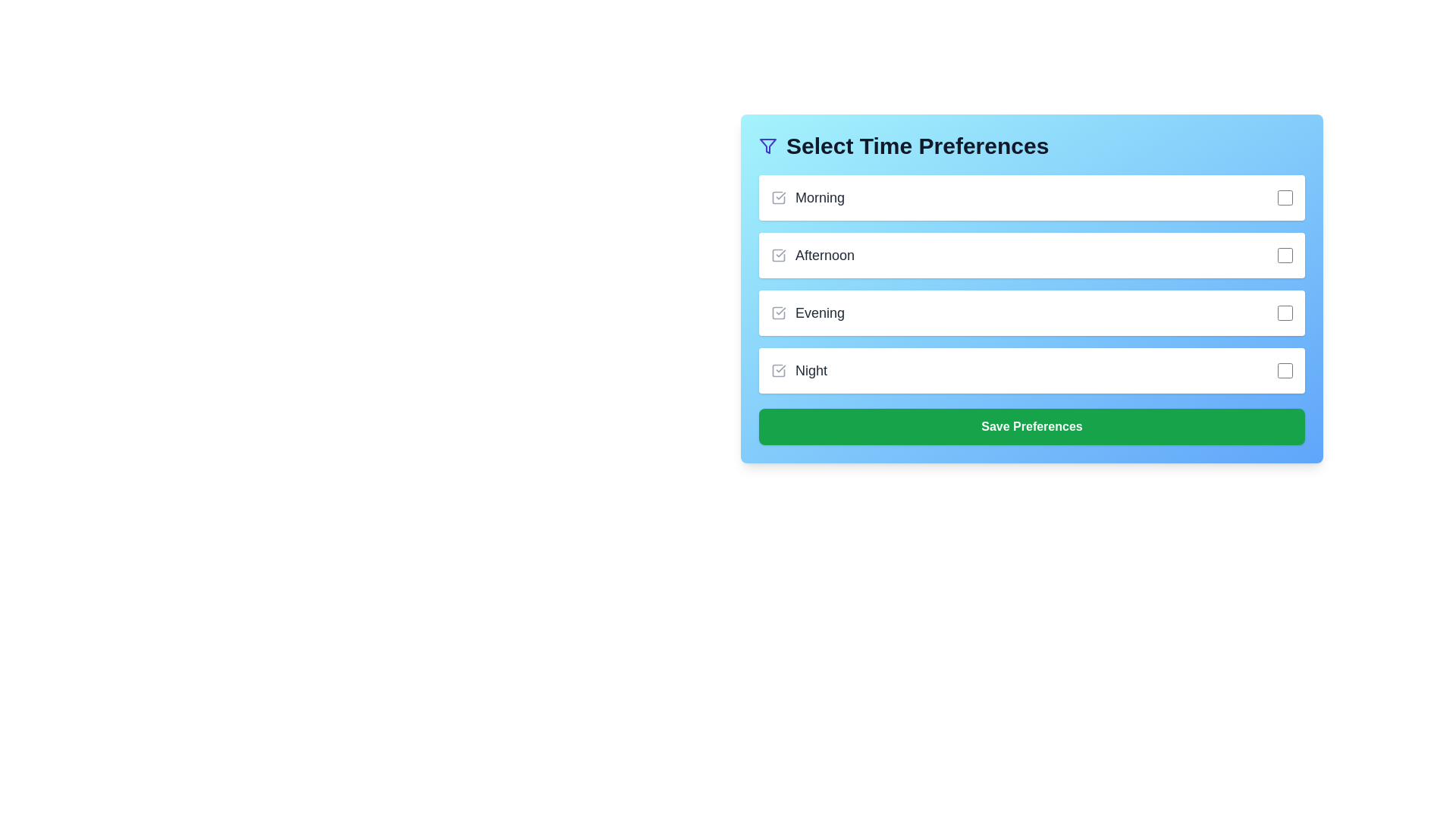 This screenshot has height=819, width=1456. What do you see at coordinates (799, 371) in the screenshot?
I see `the label displaying 'Night'` at bounding box center [799, 371].